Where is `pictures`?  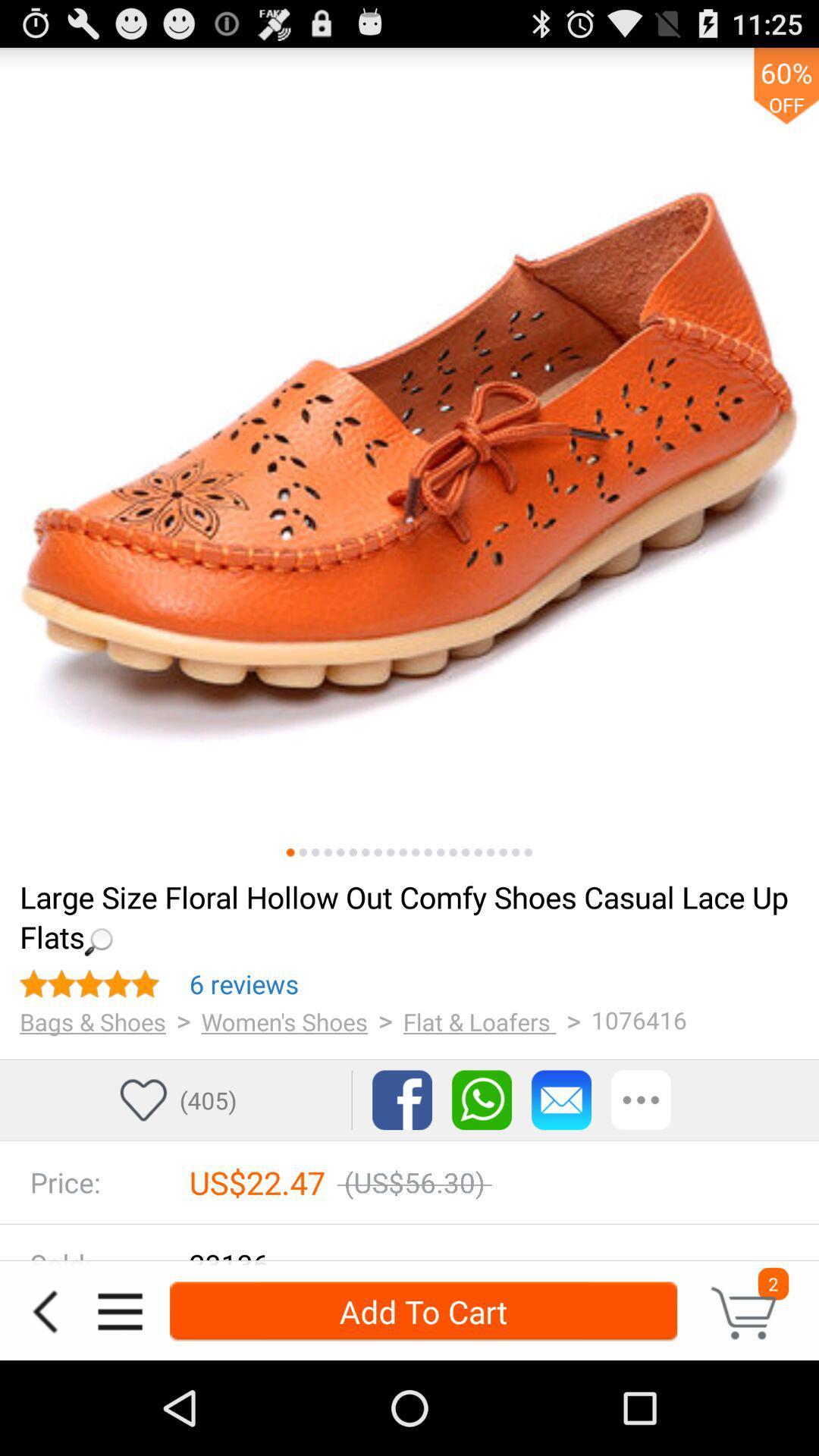 pictures is located at coordinates (491, 852).